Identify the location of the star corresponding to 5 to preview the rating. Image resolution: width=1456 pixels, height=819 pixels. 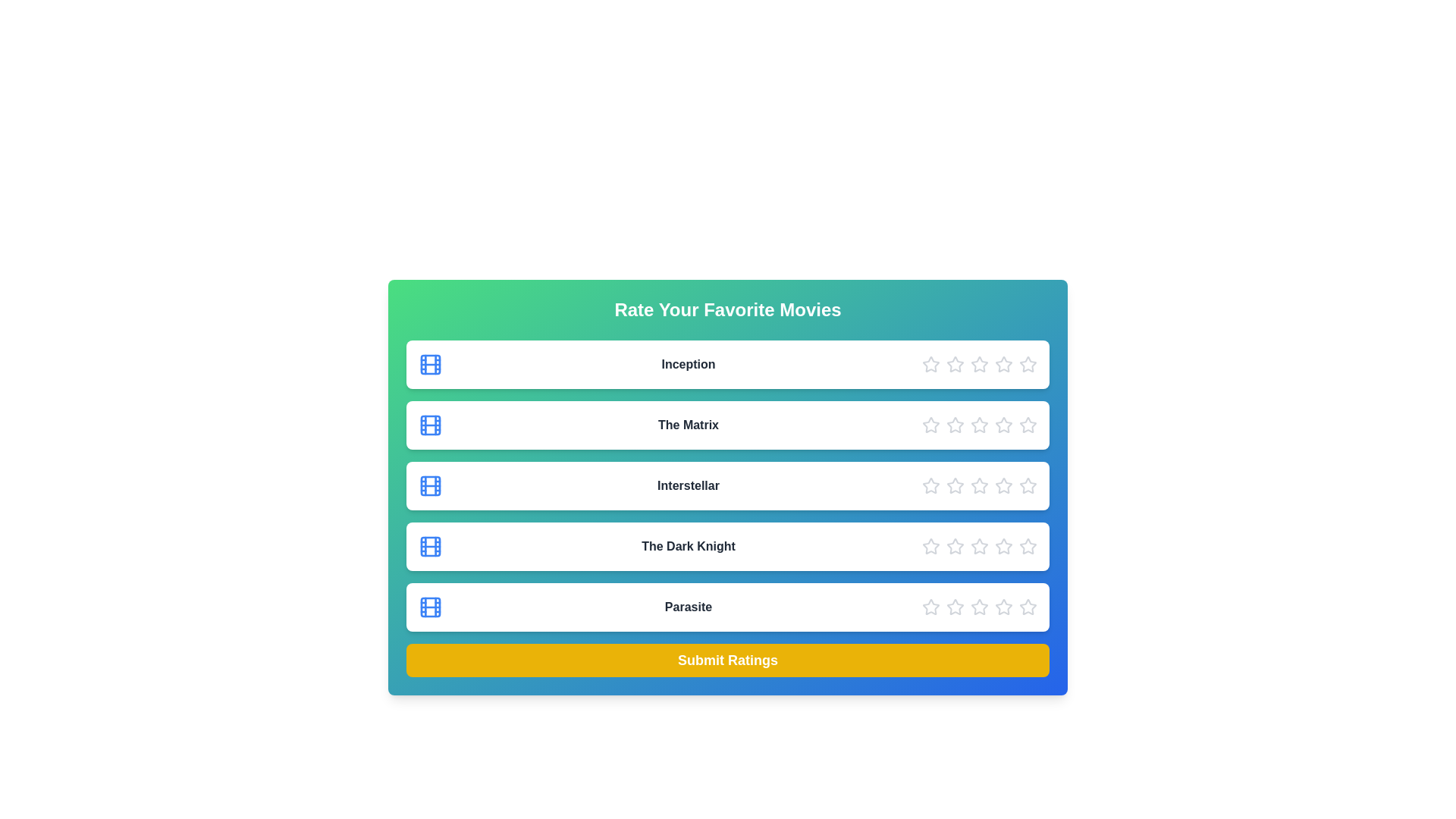
(1028, 365).